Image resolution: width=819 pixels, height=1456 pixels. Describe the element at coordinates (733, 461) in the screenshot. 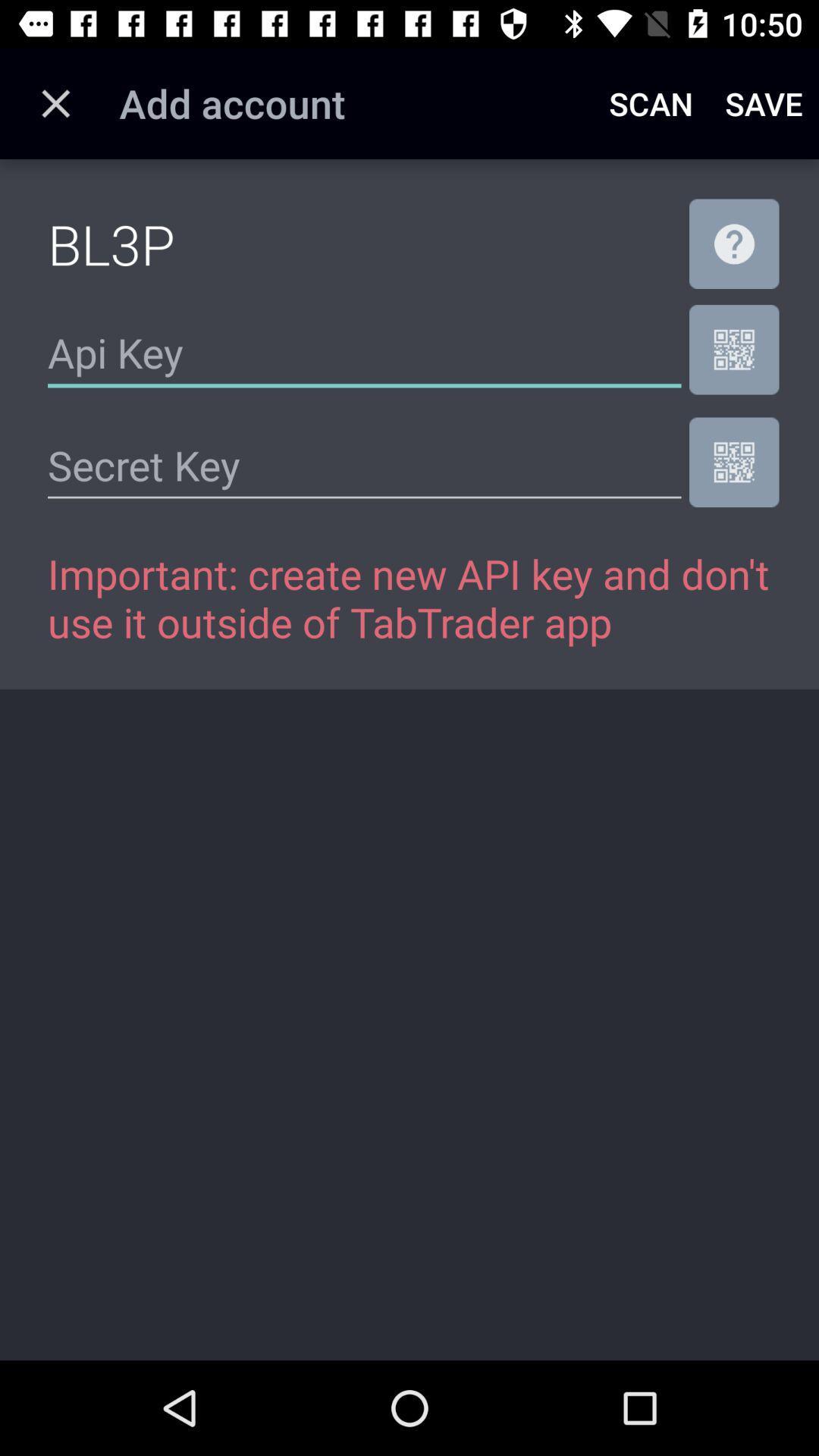

I see `the icon above the important create new item` at that location.